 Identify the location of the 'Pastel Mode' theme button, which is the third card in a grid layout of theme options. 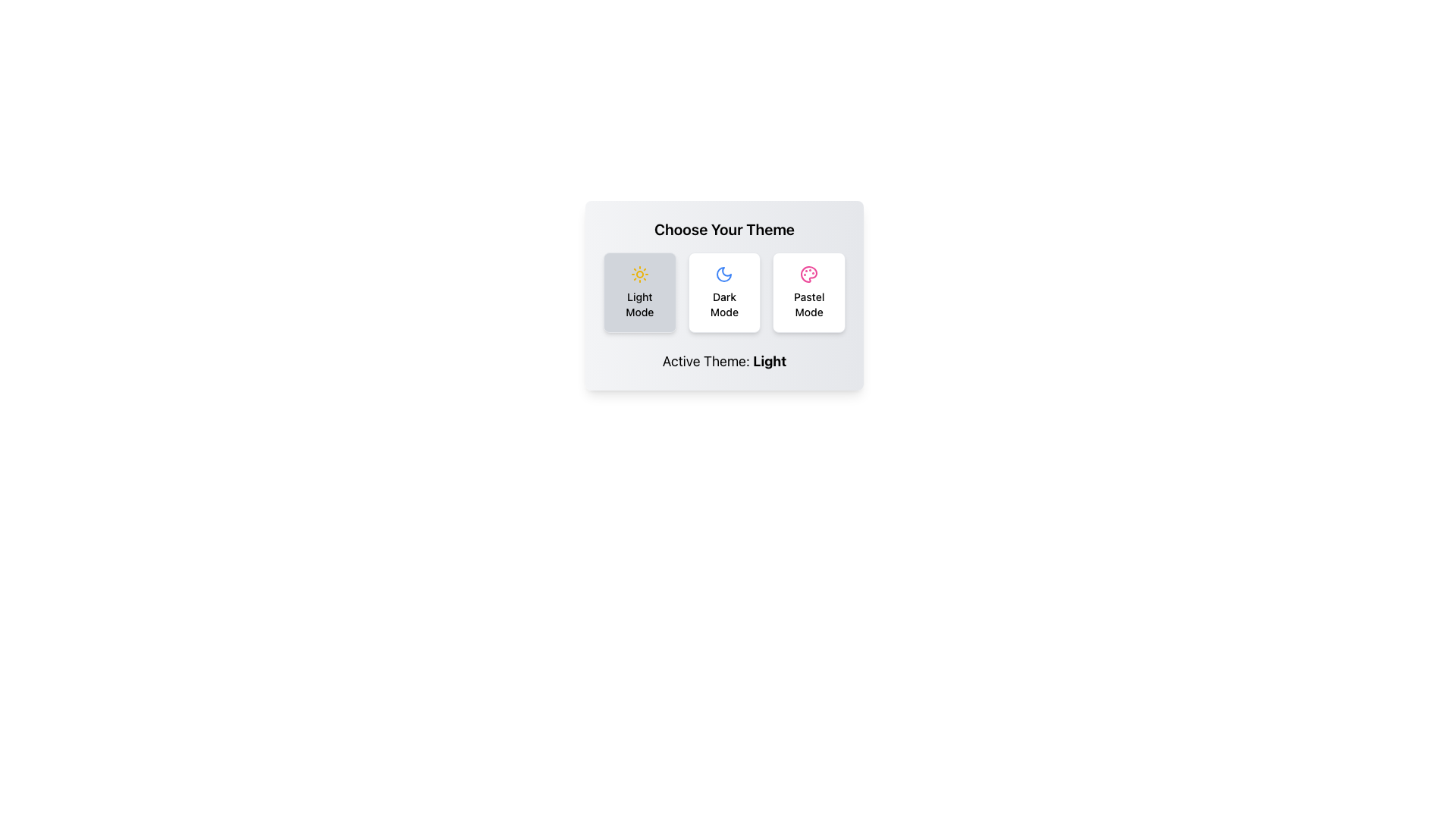
(808, 292).